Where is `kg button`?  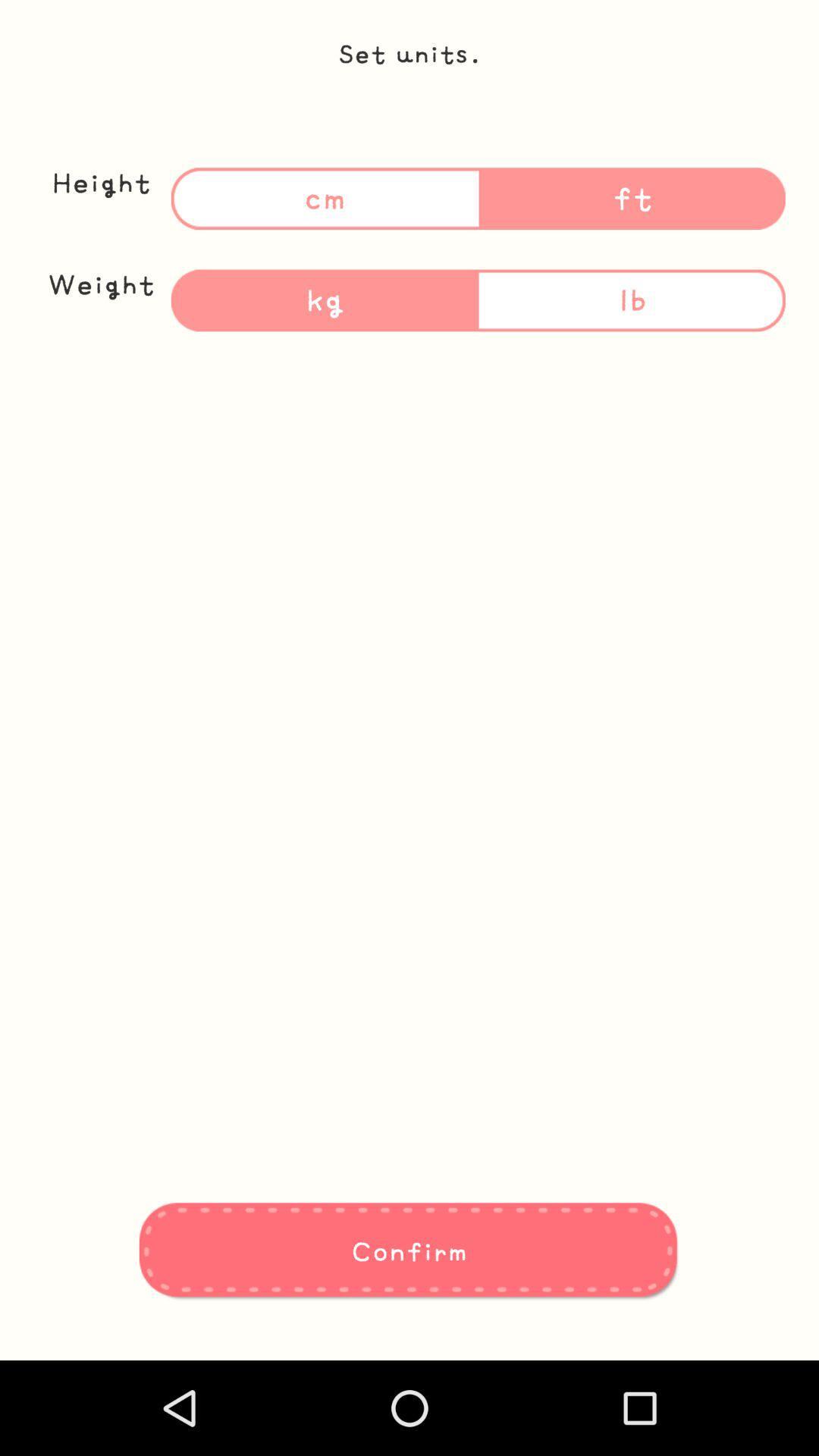 kg button is located at coordinates (324, 300).